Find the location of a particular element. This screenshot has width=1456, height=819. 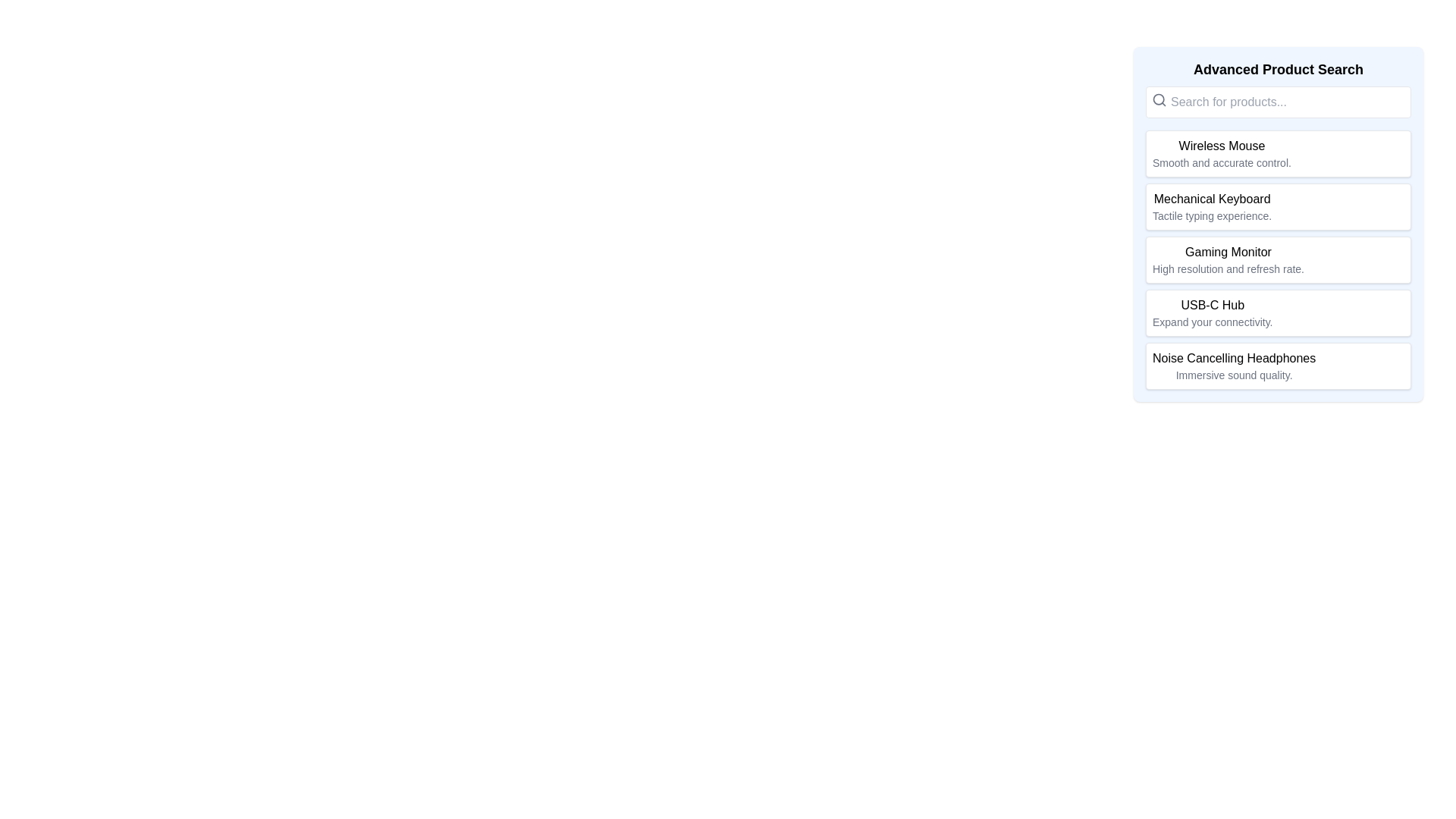

the text label that describes the product 'Gaming Monitor', located under the title 'Gaming Monitor' in the 'Advanced Product Search' section is located at coordinates (1228, 268).